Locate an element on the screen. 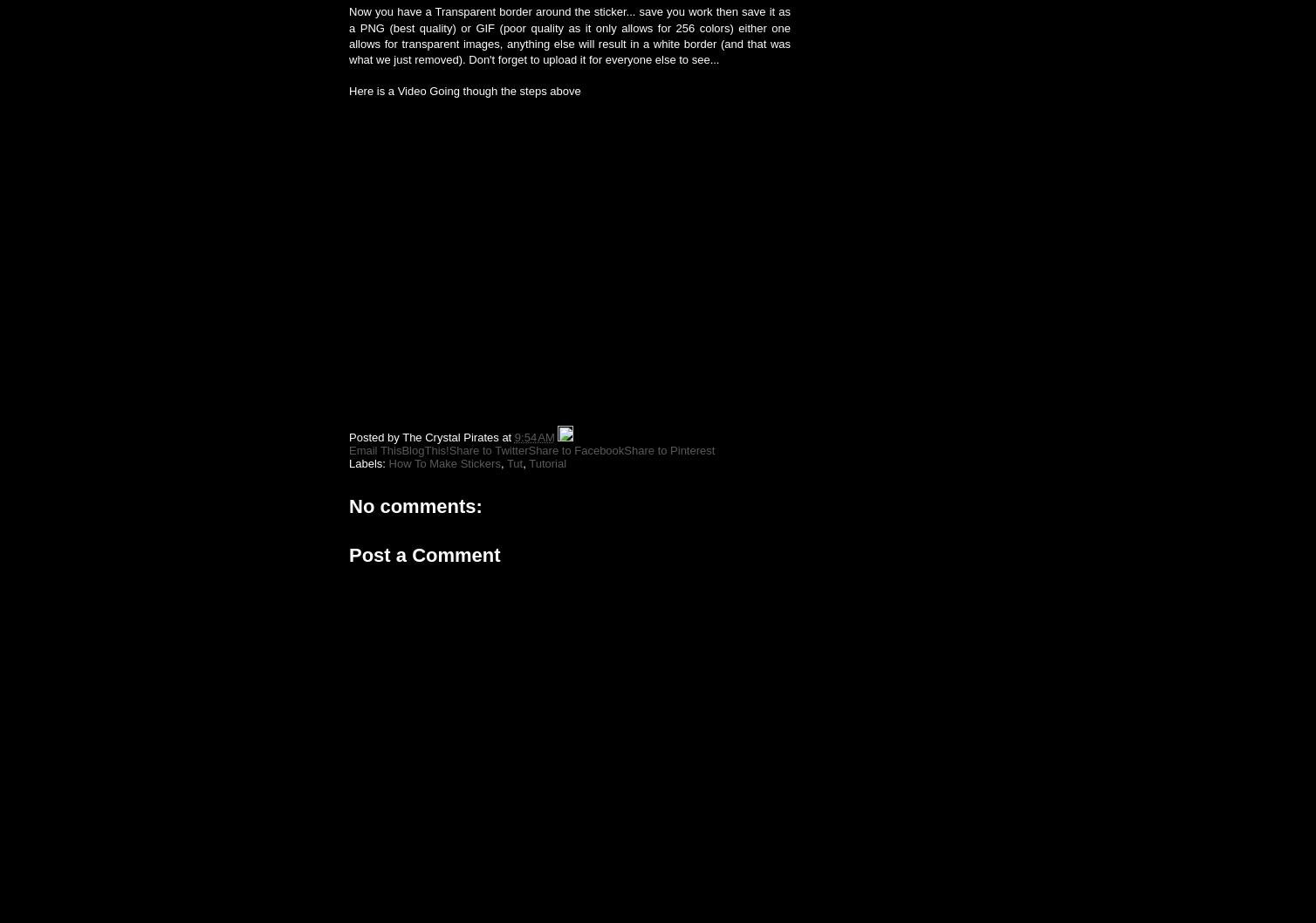 The image size is (1316, 923). '9:54 AM' is located at coordinates (532, 436).